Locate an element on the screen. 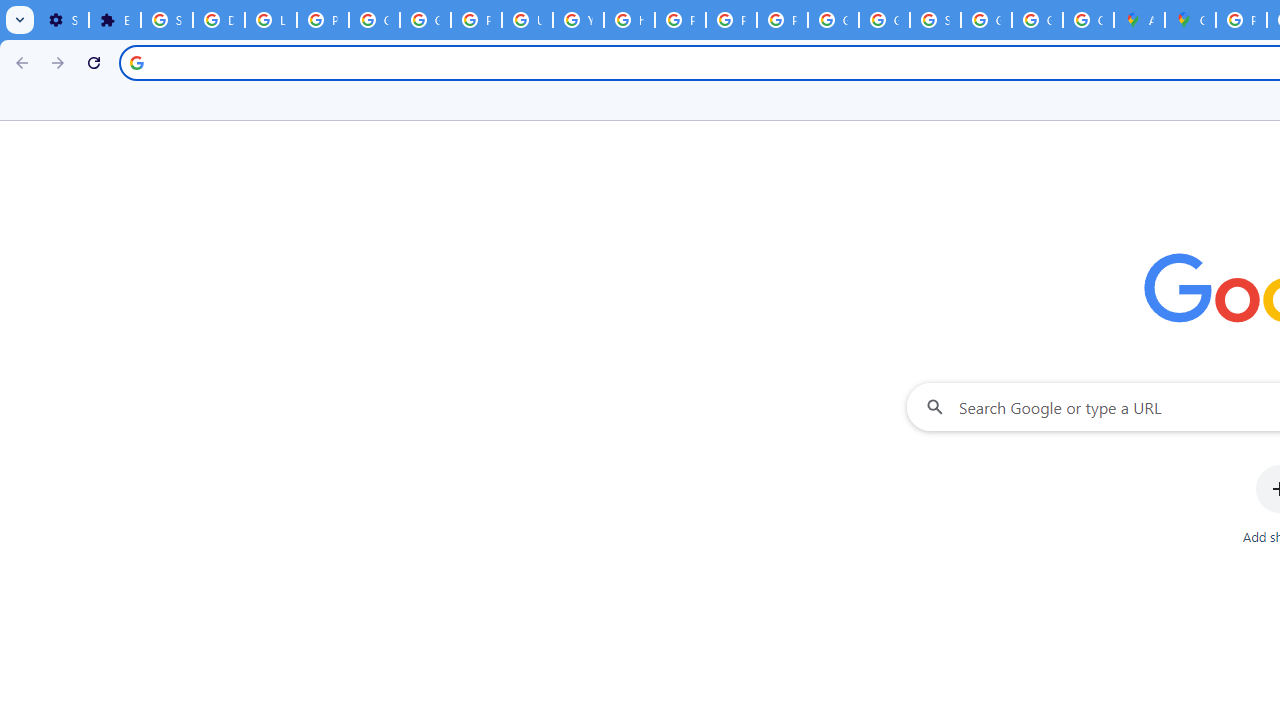 The width and height of the screenshot is (1280, 720). 'Extensions' is located at coordinates (113, 20).